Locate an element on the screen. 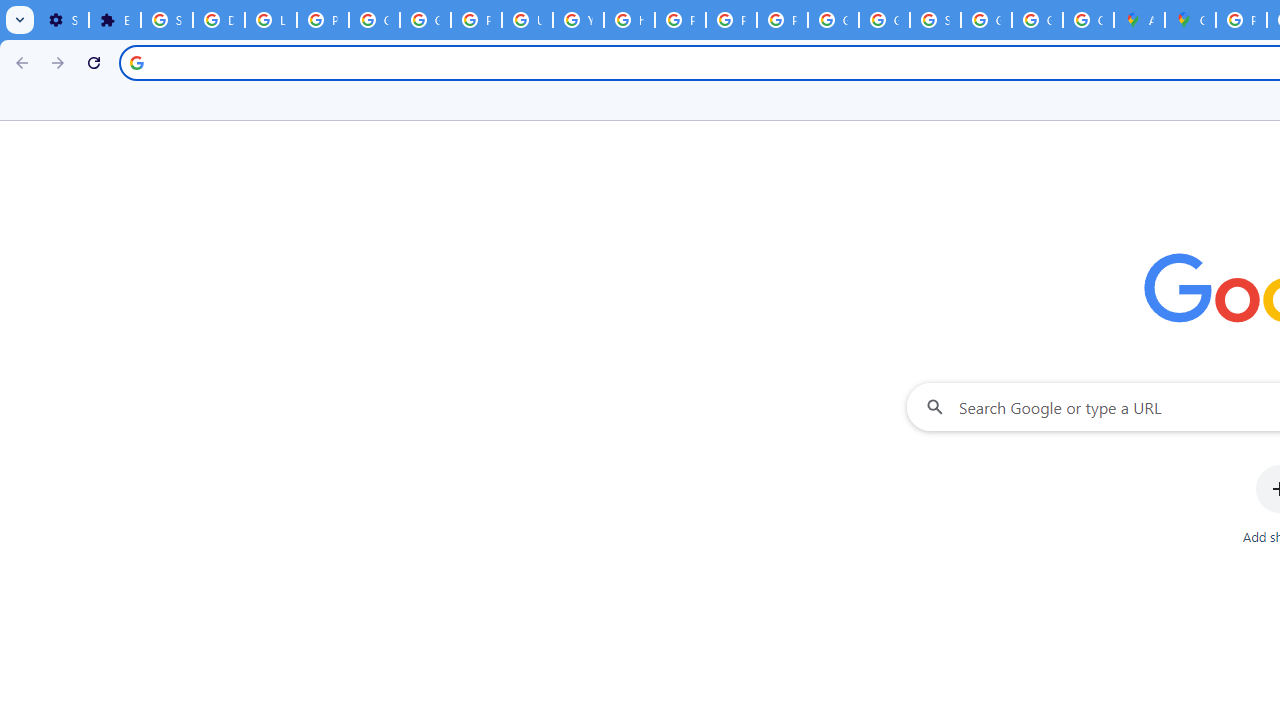 The width and height of the screenshot is (1280, 720). 'Extensions' is located at coordinates (113, 20).